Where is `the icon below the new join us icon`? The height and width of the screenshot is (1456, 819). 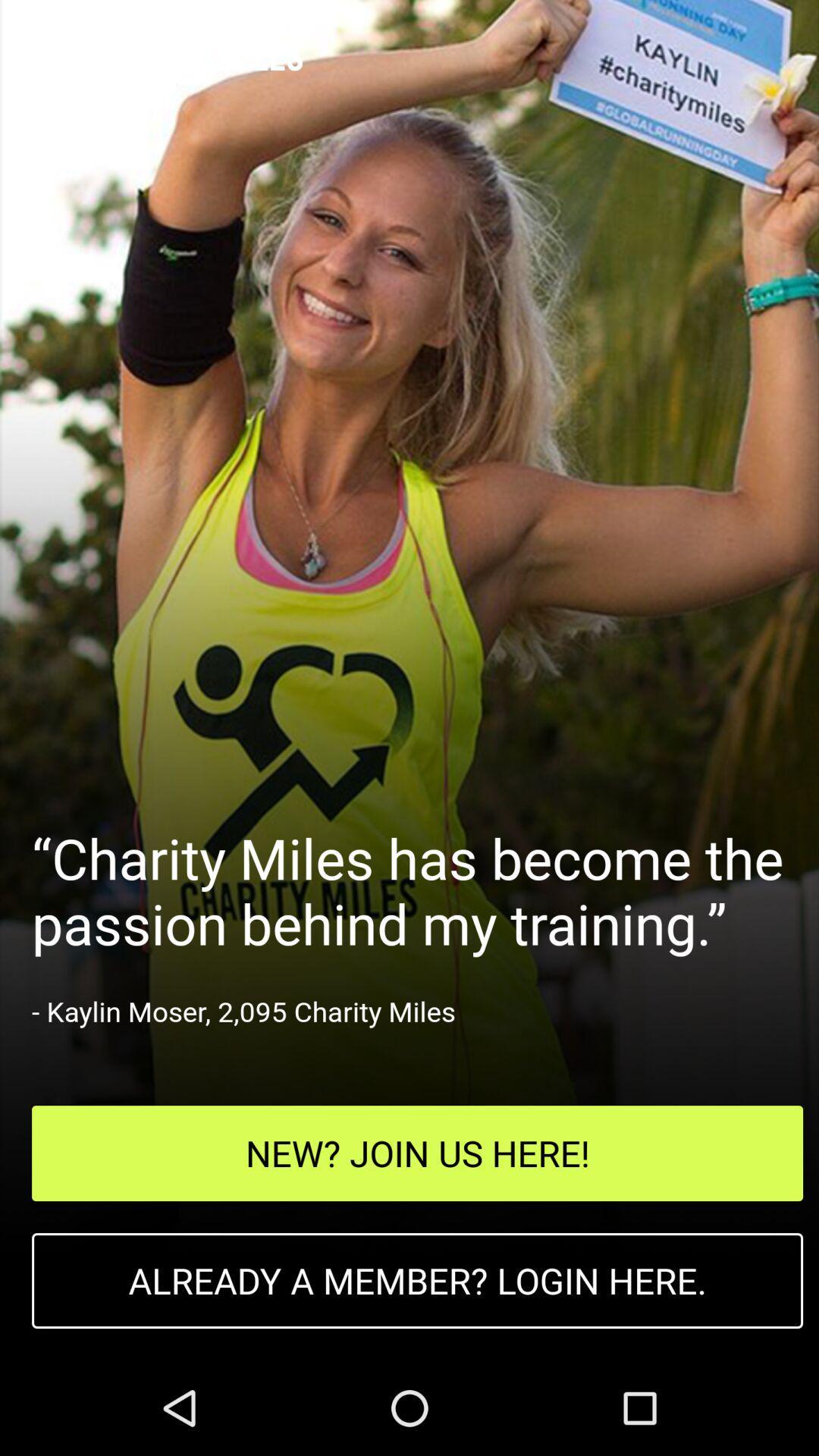 the icon below the new join us icon is located at coordinates (417, 1280).